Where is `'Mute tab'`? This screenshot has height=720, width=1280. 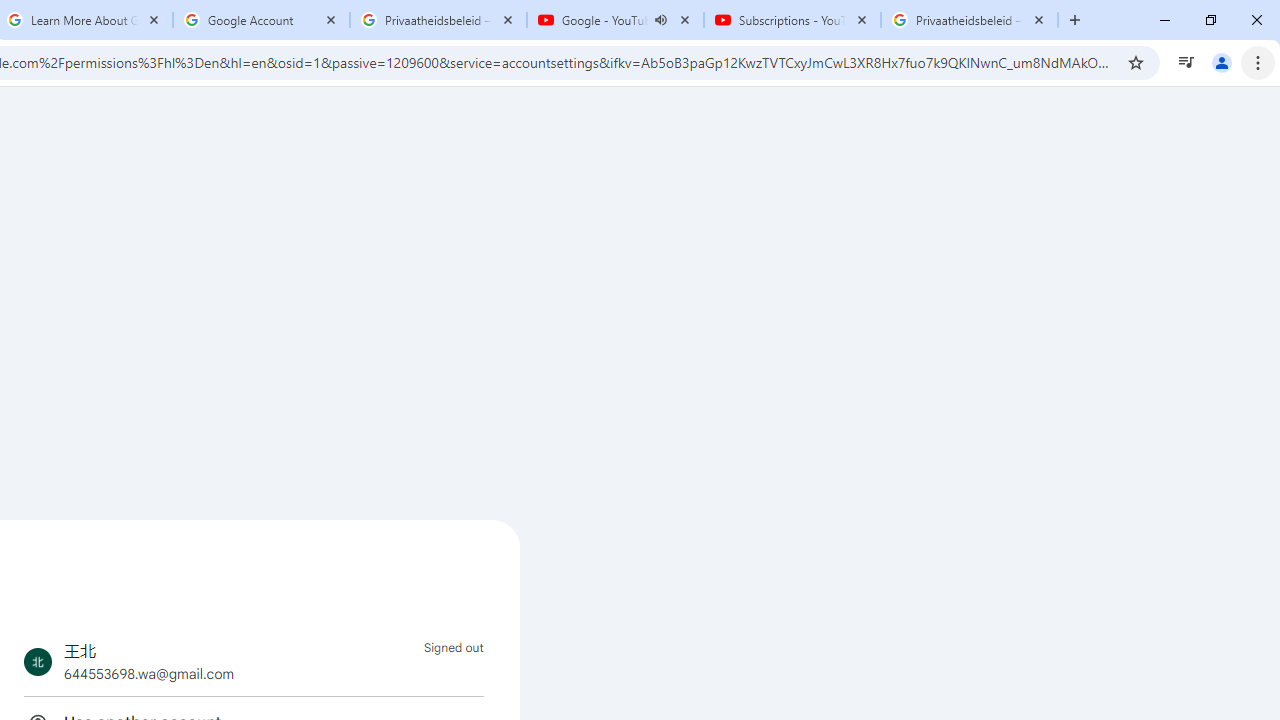 'Mute tab' is located at coordinates (661, 20).